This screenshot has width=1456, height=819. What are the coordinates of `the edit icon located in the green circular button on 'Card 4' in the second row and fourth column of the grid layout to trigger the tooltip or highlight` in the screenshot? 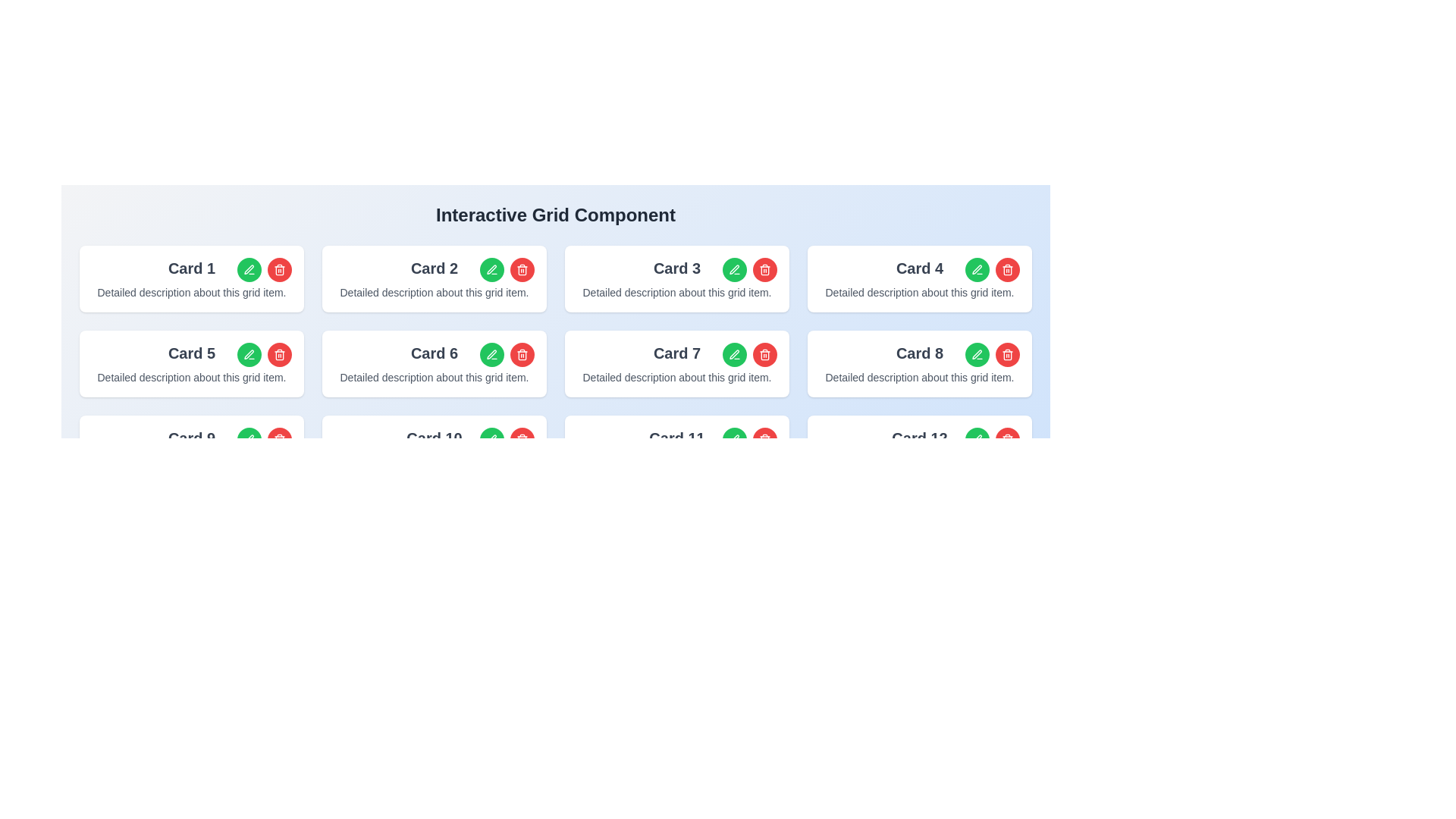 It's located at (977, 439).